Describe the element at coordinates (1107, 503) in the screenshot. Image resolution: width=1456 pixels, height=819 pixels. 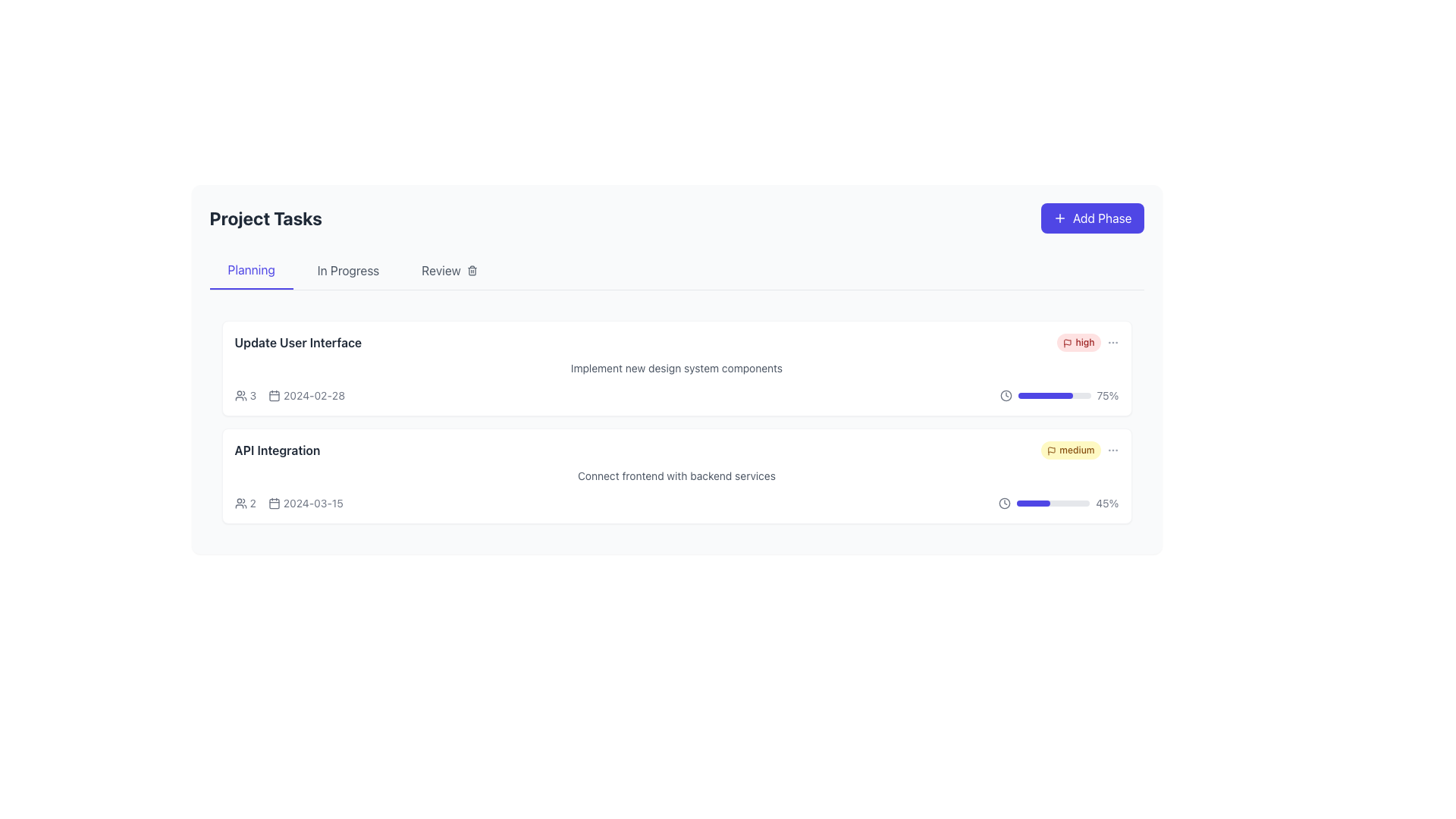
I see `the text label indicating the percentage of progress for the task 'API Integration', located to the right of the progress bar and adjacent to the text 'medium'` at that location.